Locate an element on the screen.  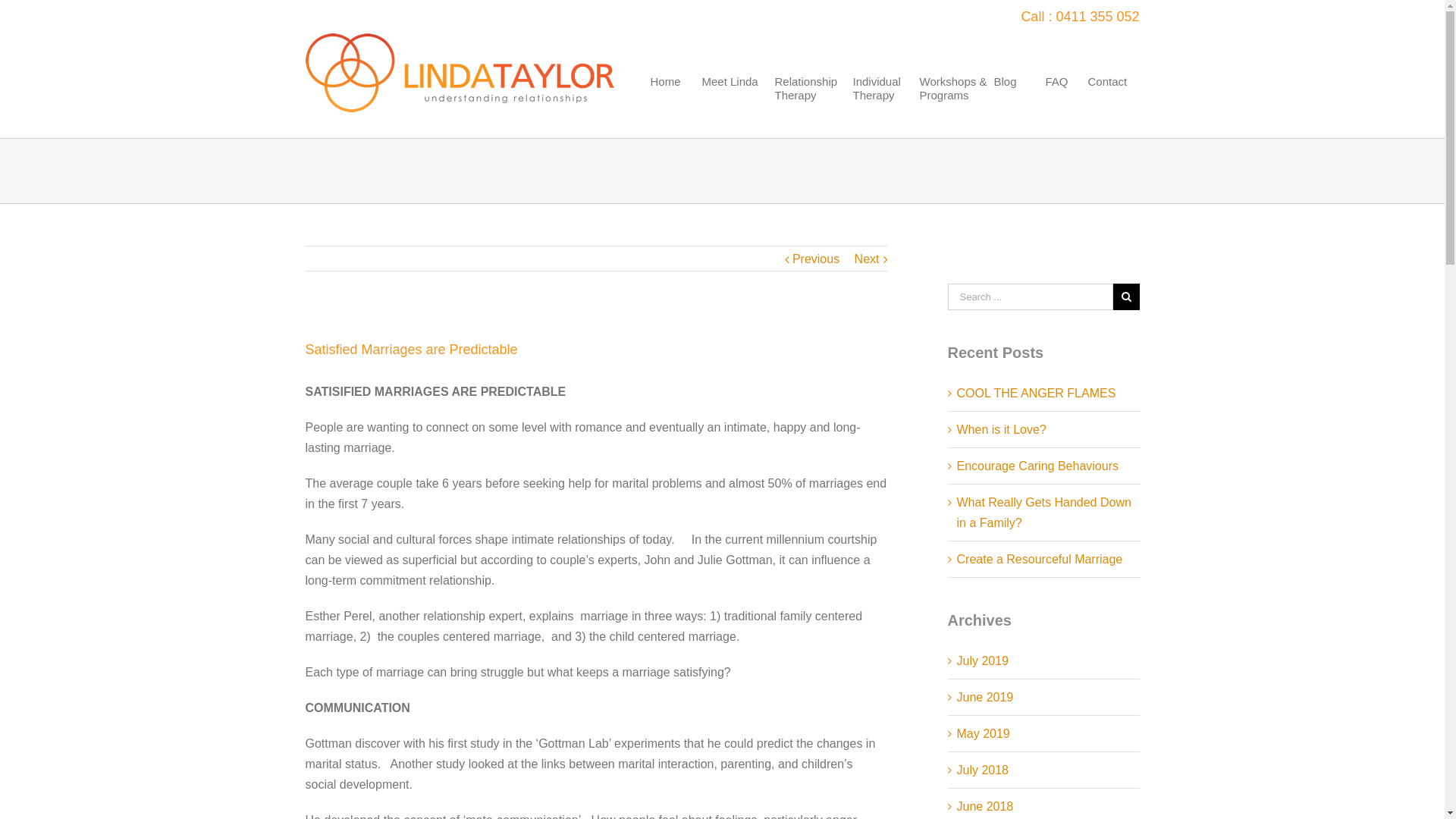
'FAQ' is located at coordinates (1062, 105).